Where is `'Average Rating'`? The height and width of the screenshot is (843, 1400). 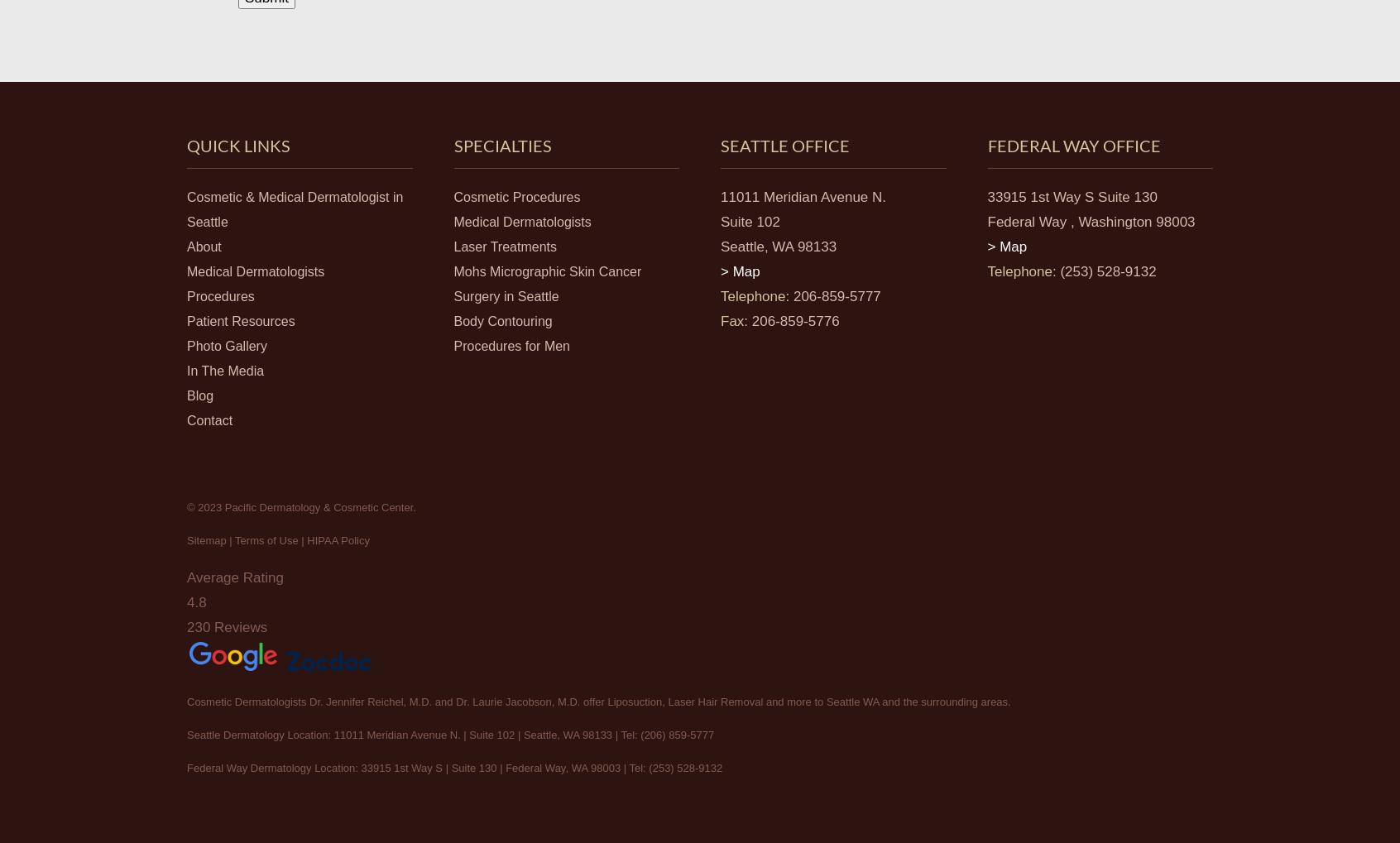
'Average Rating' is located at coordinates (233, 577).